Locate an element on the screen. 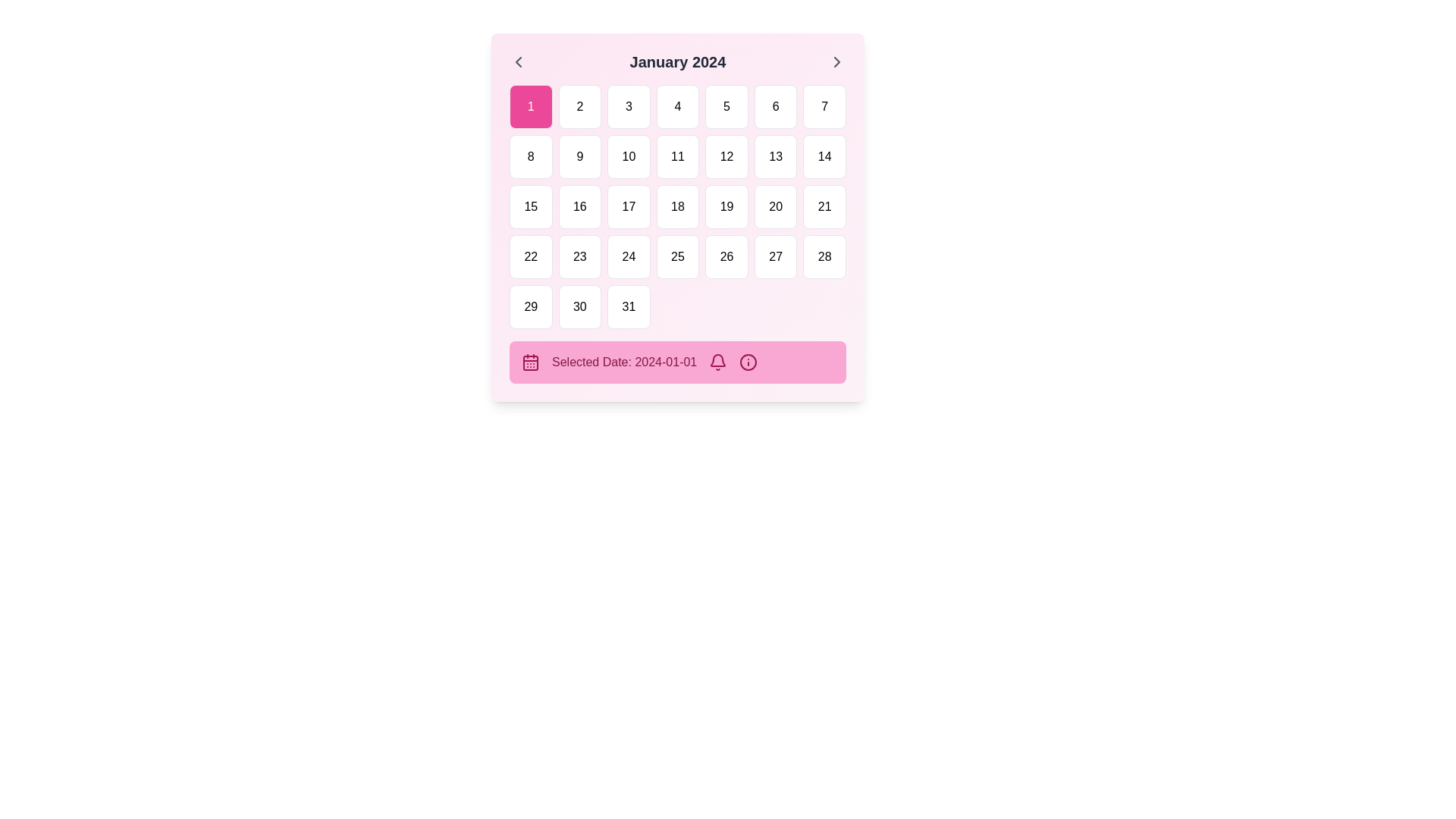  the small left-pointing chevron-shaped arrow icon located near the top-left of the calendar widget is located at coordinates (519, 61).